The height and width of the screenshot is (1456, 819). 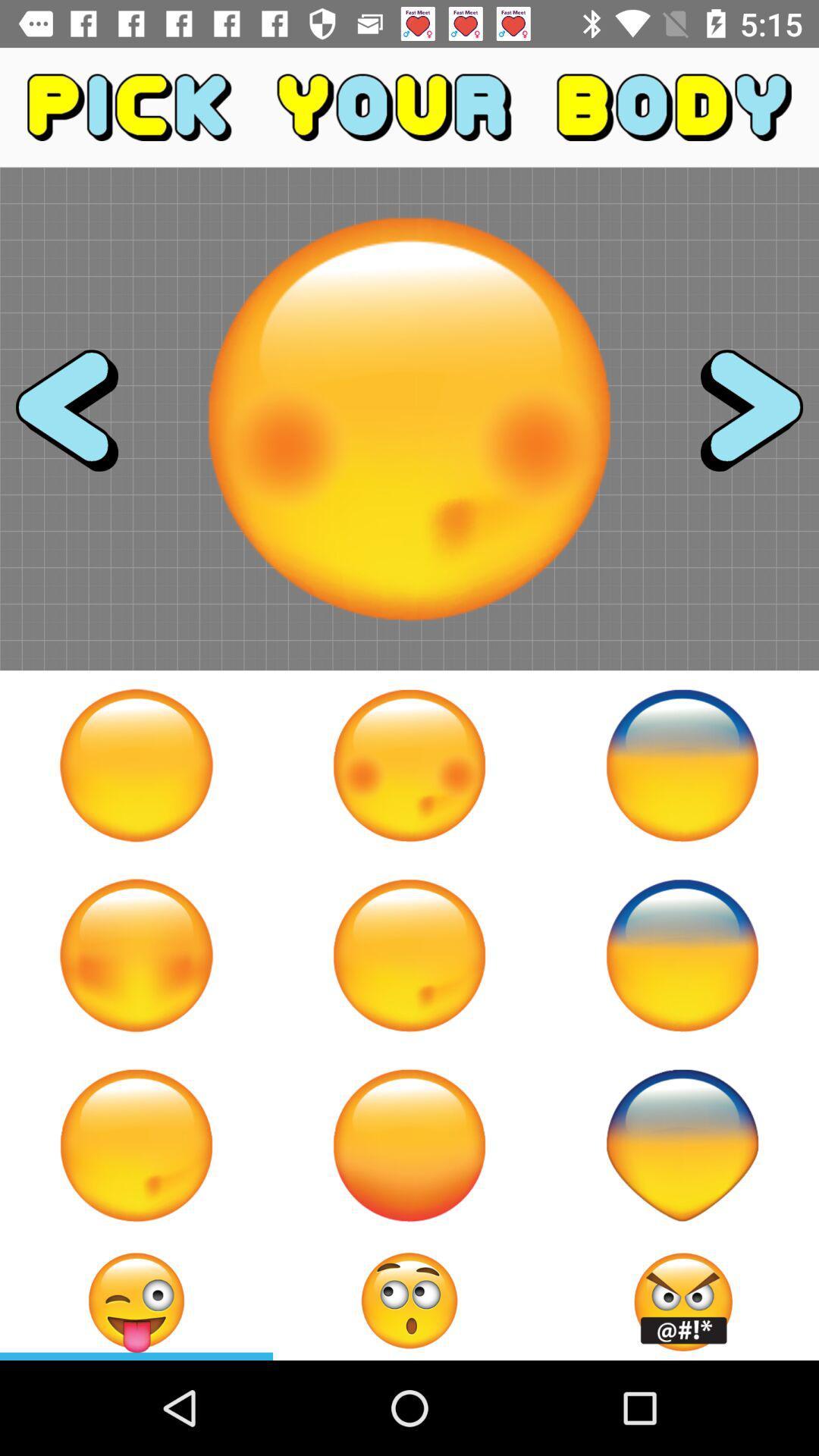 I want to click on back your body on button, so click(x=681, y=954).